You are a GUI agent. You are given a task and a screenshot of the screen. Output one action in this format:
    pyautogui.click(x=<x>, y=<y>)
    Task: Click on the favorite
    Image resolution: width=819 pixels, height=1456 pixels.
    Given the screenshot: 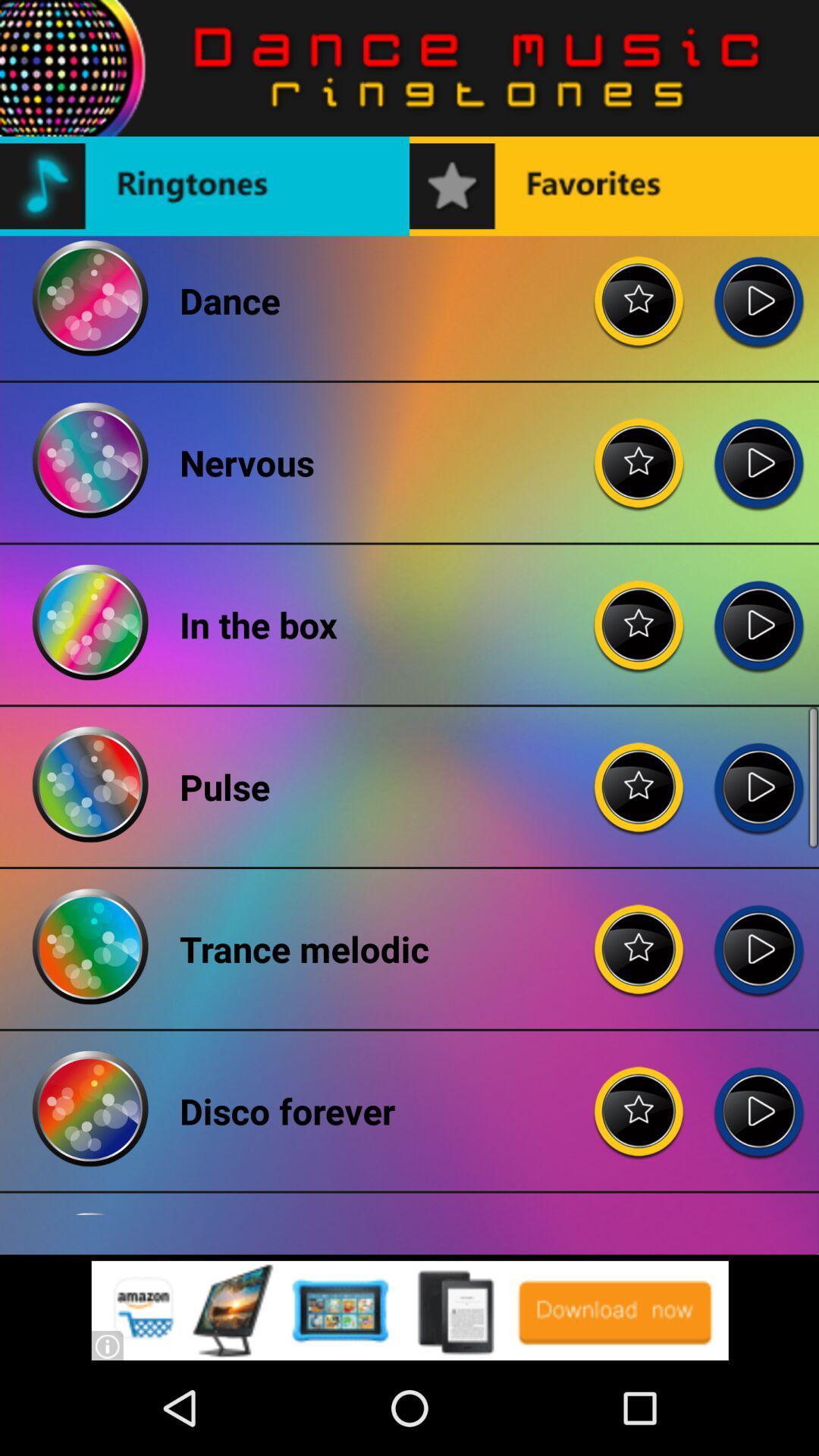 What is the action you would take?
    pyautogui.click(x=639, y=775)
    